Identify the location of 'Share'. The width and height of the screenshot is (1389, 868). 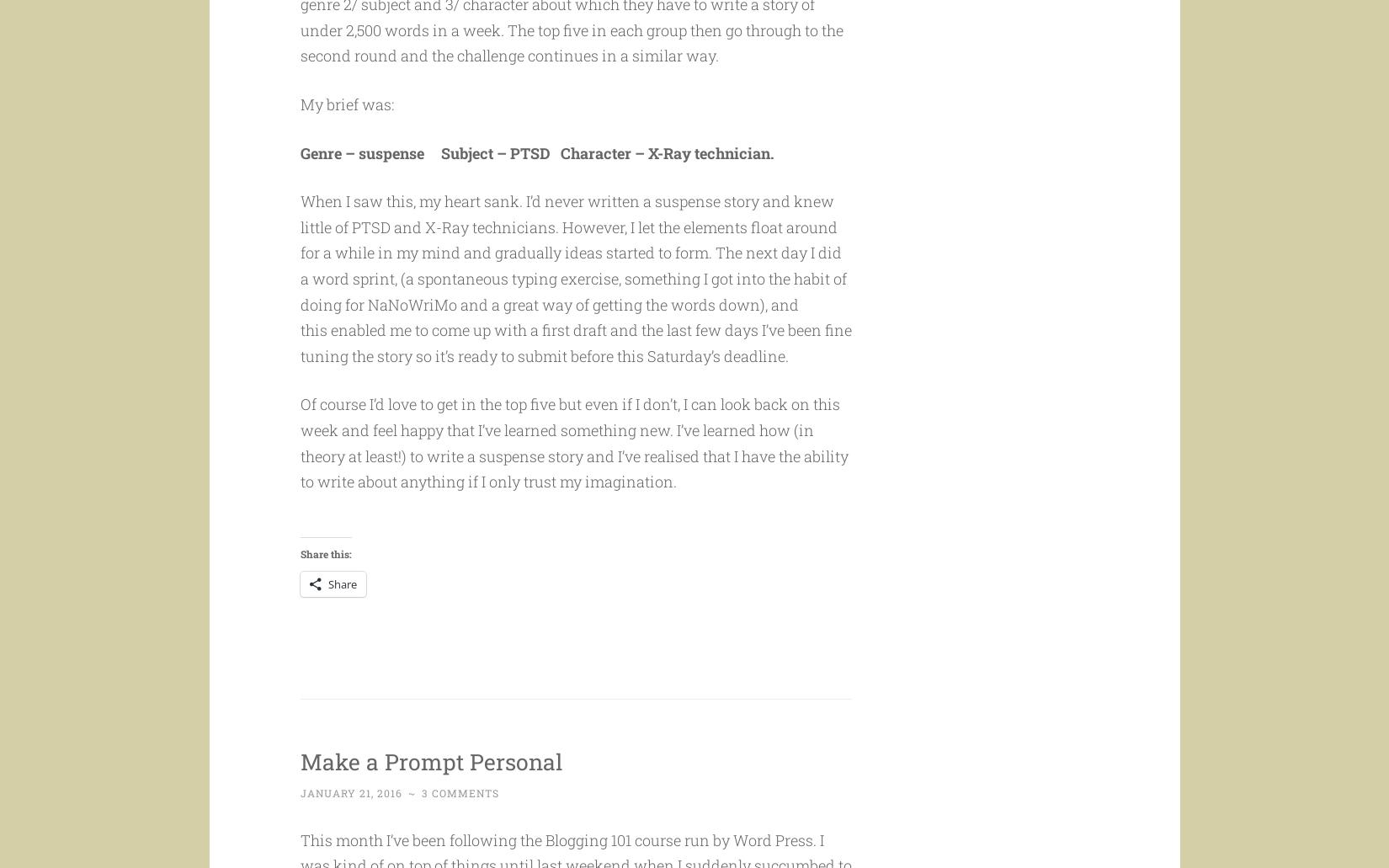
(342, 616).